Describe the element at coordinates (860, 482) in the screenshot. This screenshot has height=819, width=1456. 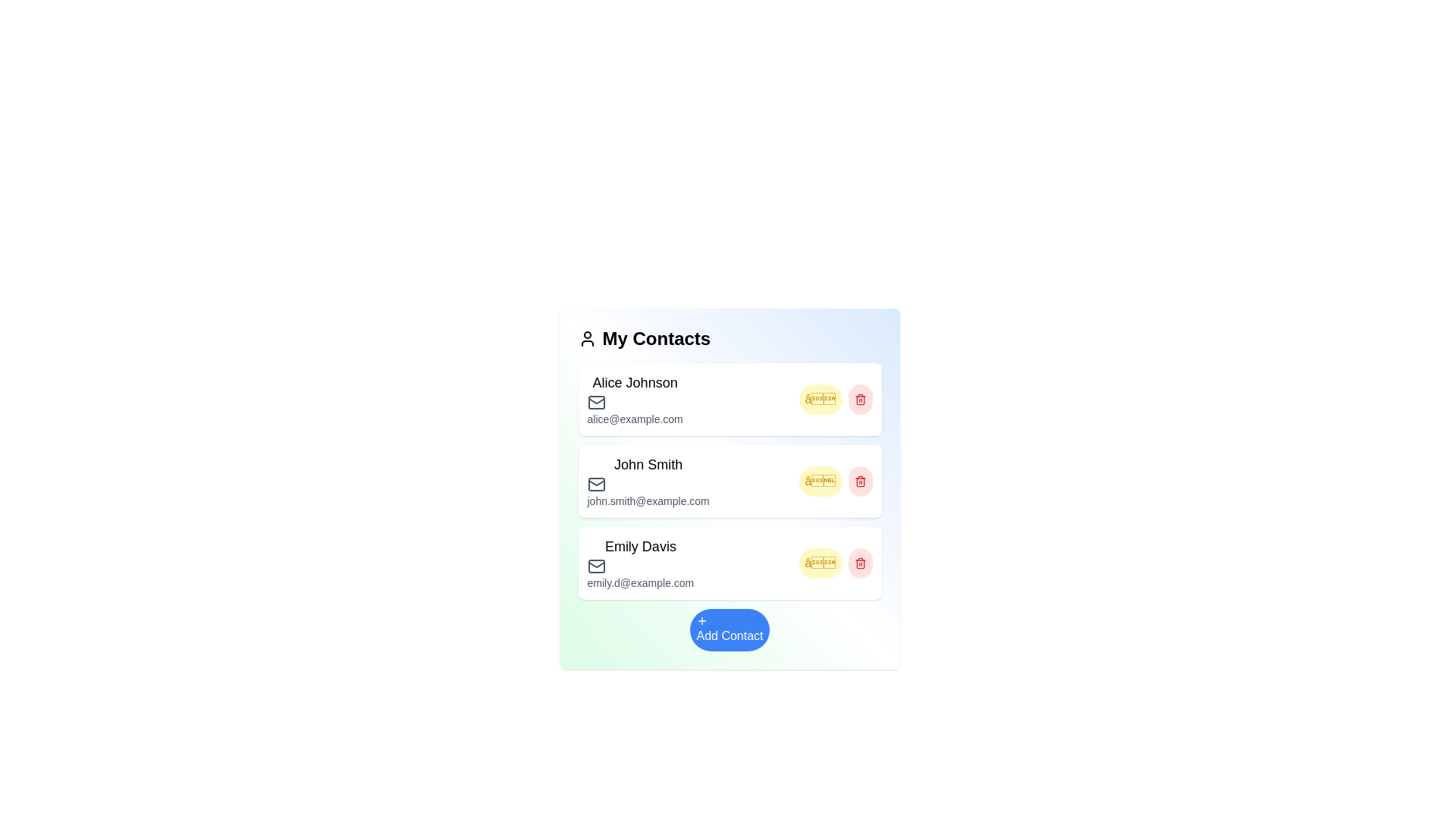
I see `the delete button for the contact John Smith` at that location.